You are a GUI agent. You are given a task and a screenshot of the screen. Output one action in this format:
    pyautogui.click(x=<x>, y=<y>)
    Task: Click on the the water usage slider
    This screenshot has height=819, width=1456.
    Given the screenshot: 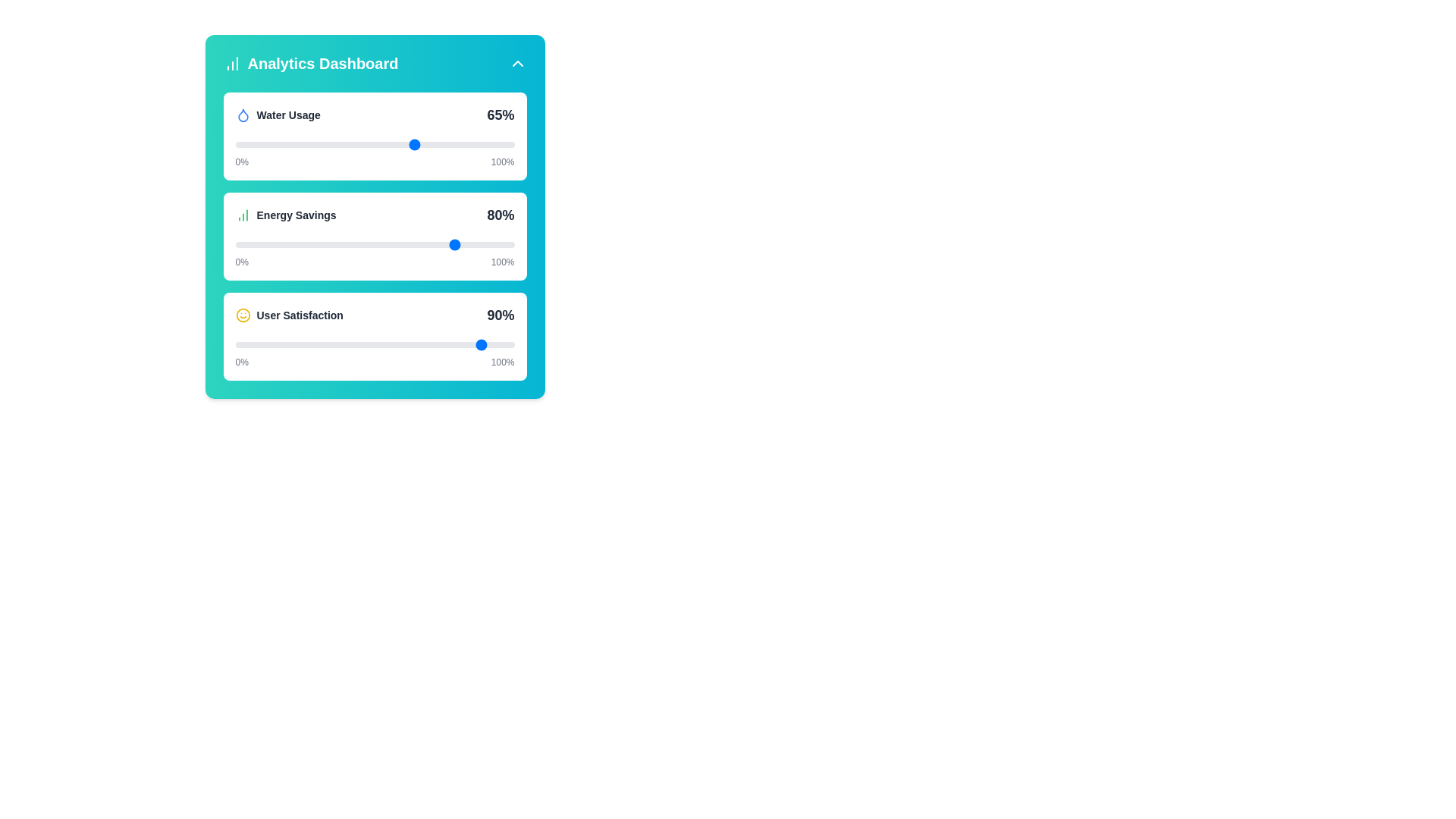 What is the action you would take?
    pyautogui.click(x=360, y=145)
    